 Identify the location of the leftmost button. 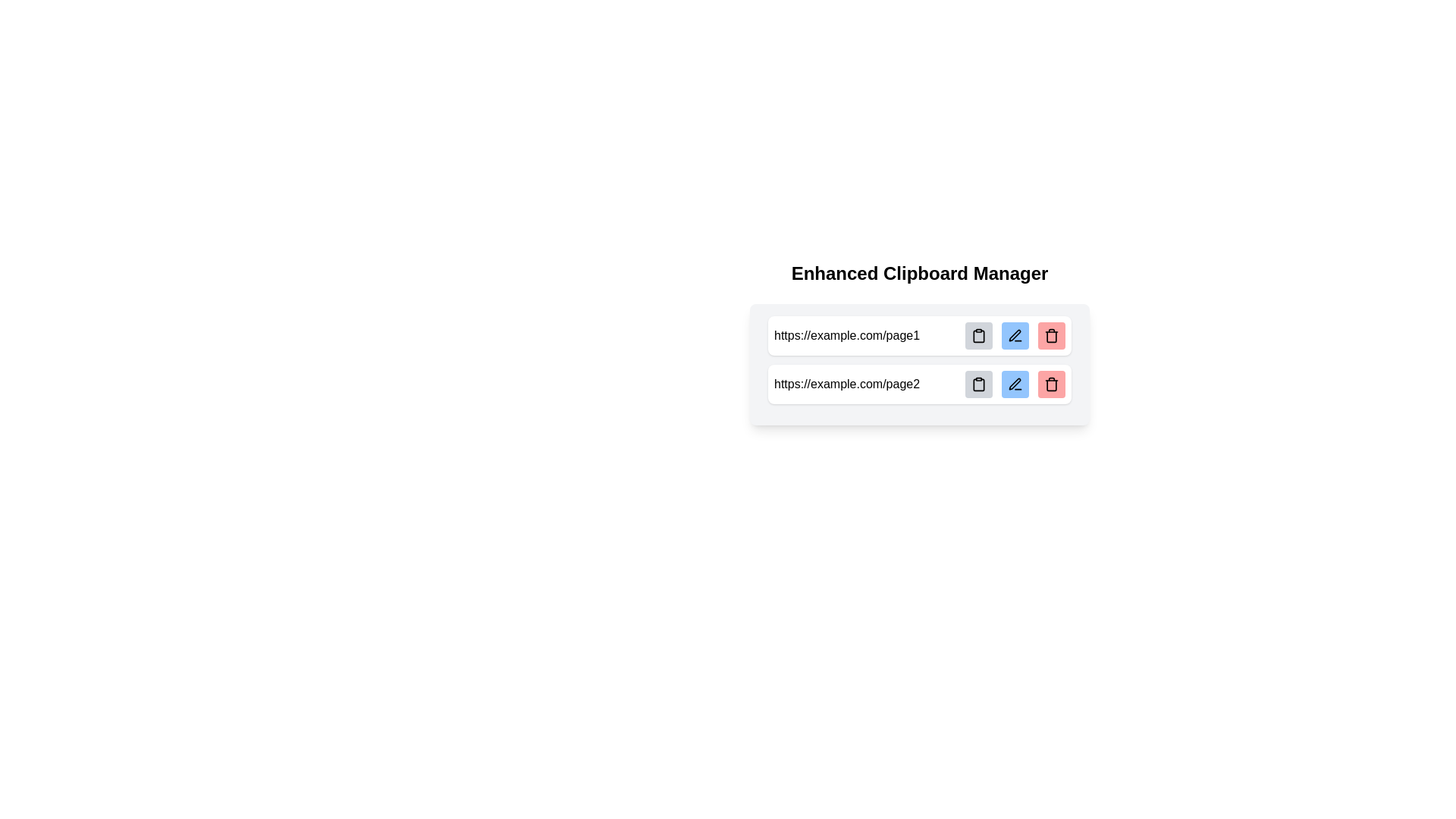
(979, 383).